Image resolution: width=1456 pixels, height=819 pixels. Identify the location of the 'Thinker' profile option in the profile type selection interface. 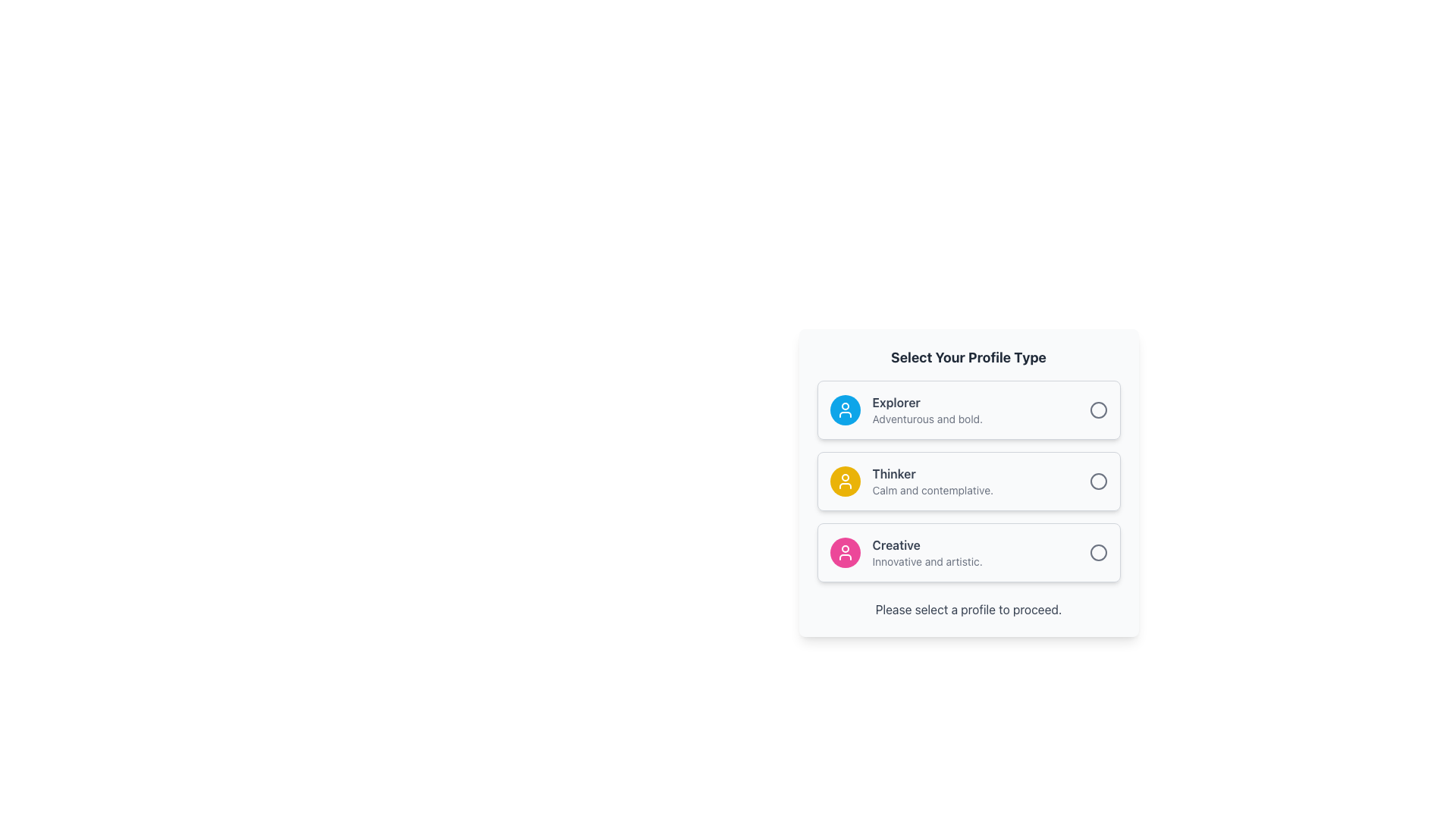
(968, 482).